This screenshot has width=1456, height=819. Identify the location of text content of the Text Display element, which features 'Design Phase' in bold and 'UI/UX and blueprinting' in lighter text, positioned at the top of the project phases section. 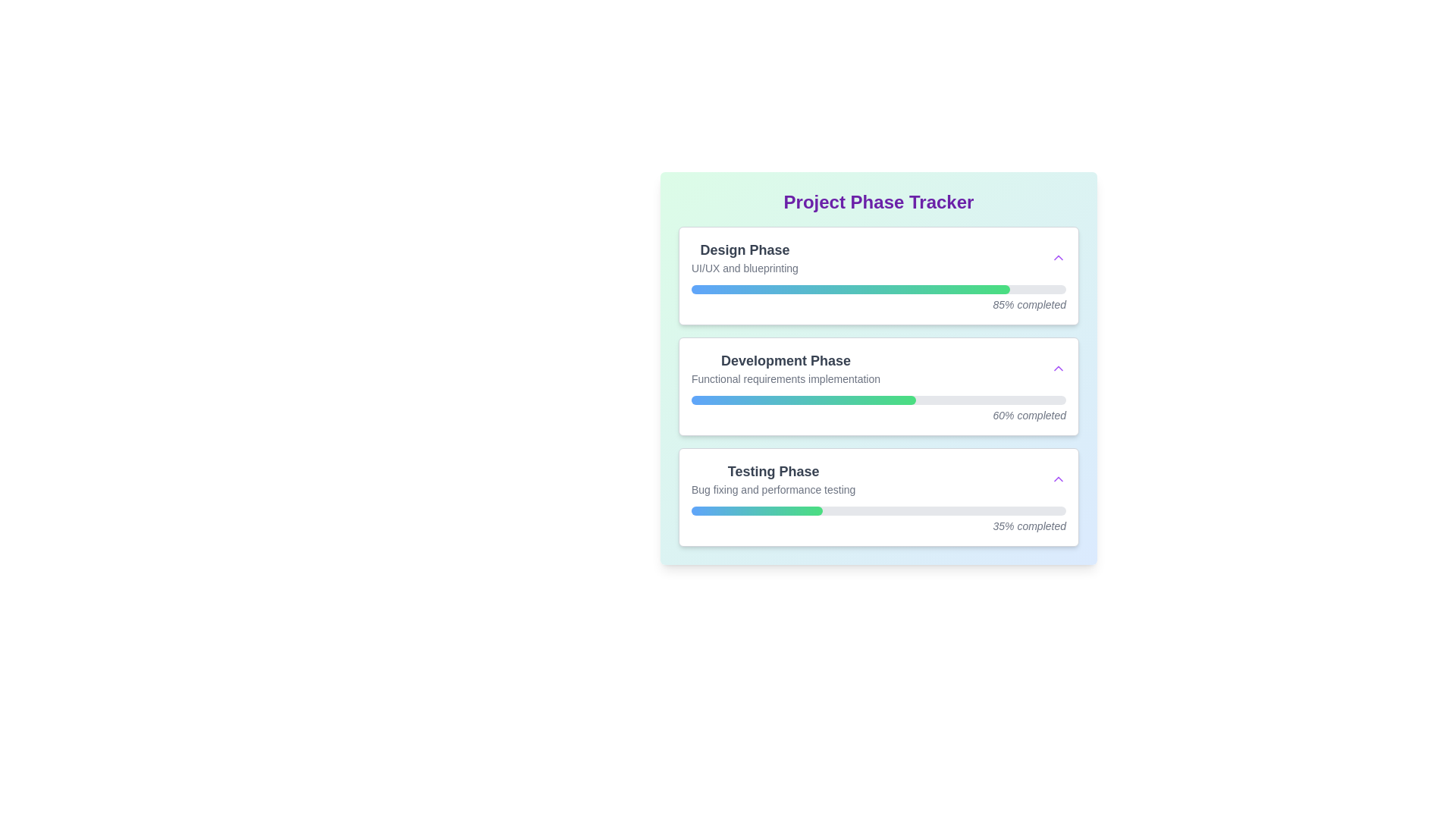
(745, 256).